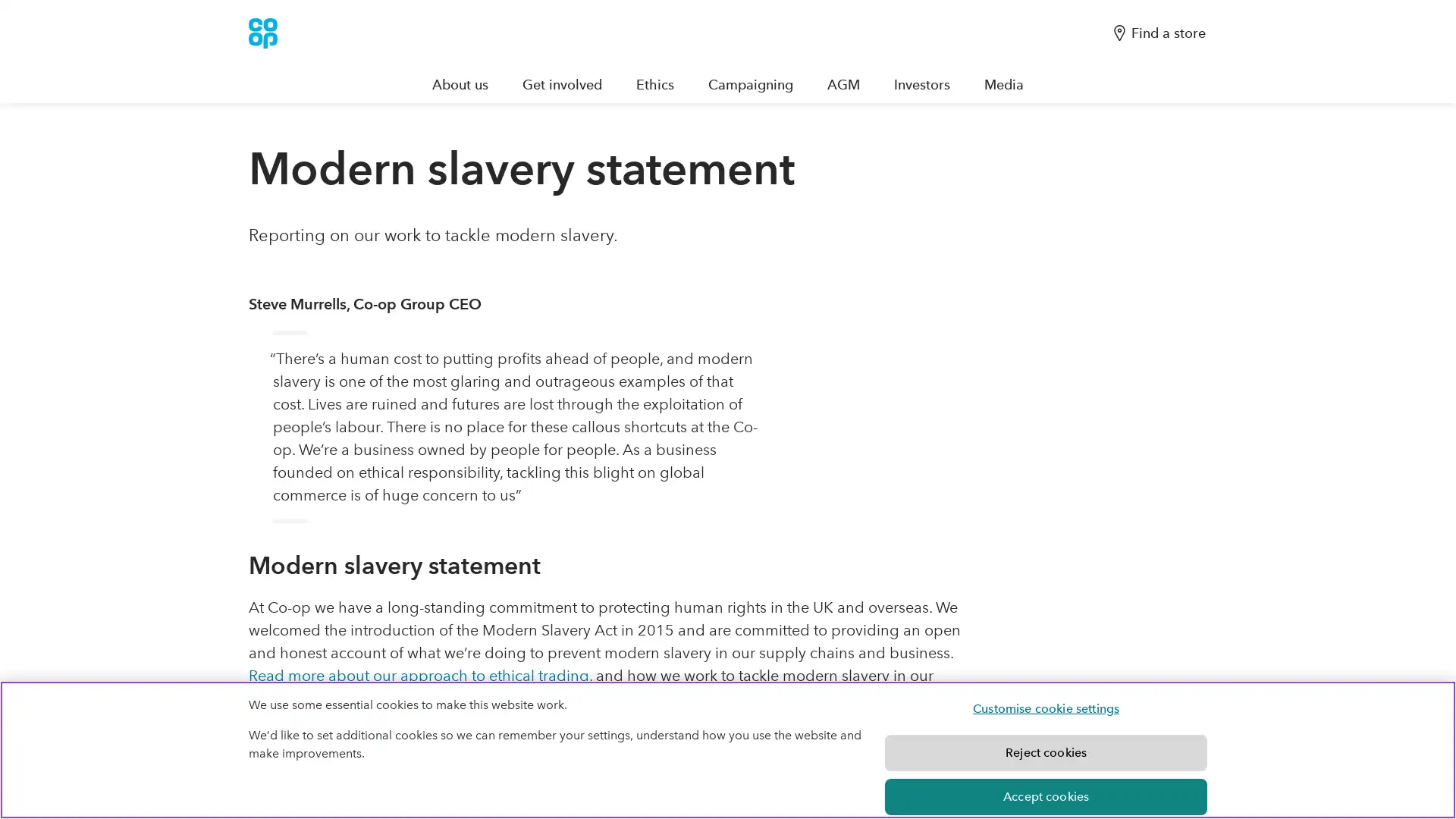 Image resolution: width=1456 pixels, height=819 pixels. What do you see at coordinates (1044, 795) in the screenshot?
I see `Accept cookies` at bounding box center [1044, 795].